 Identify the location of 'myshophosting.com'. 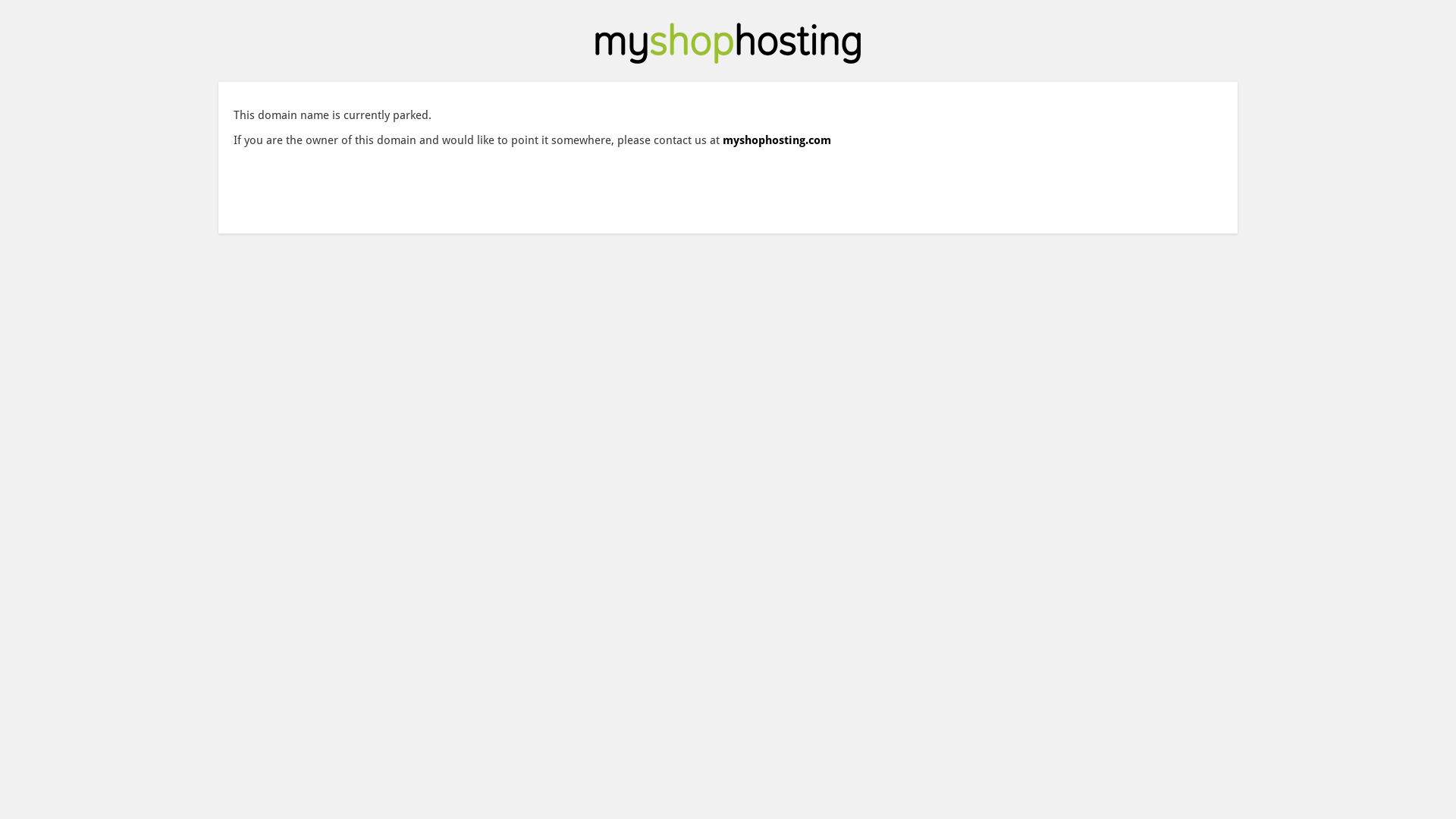
(777, 140).